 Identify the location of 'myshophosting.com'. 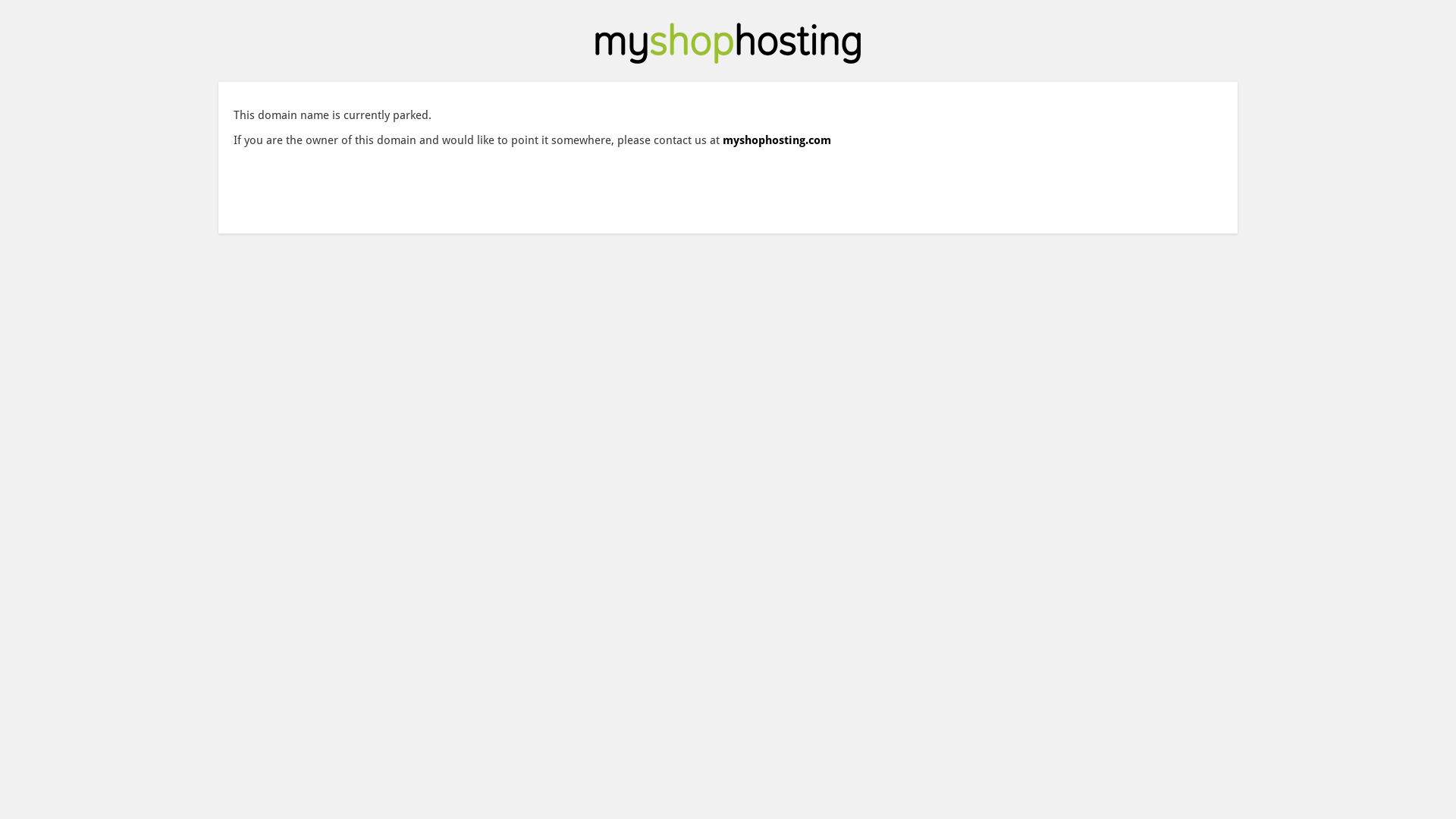
(777, 140).